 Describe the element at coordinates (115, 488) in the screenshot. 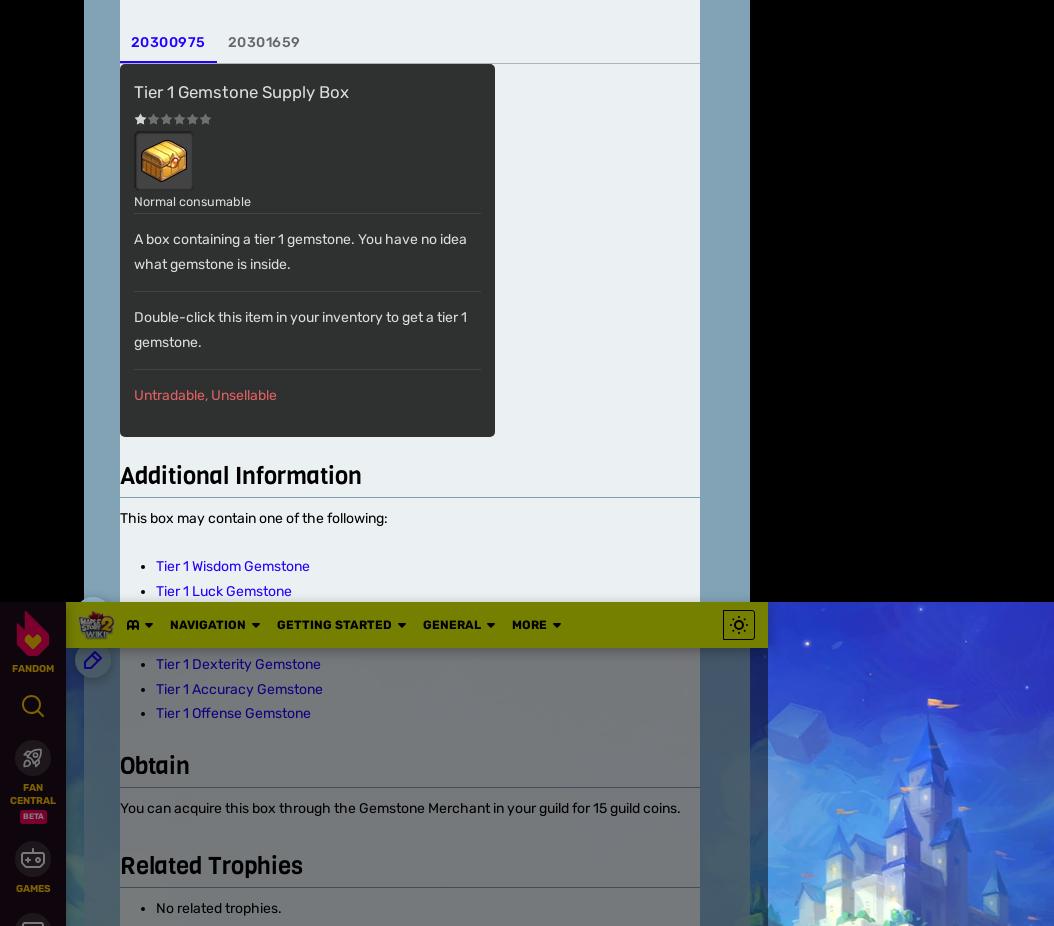

I see `'Overview'` at that location.